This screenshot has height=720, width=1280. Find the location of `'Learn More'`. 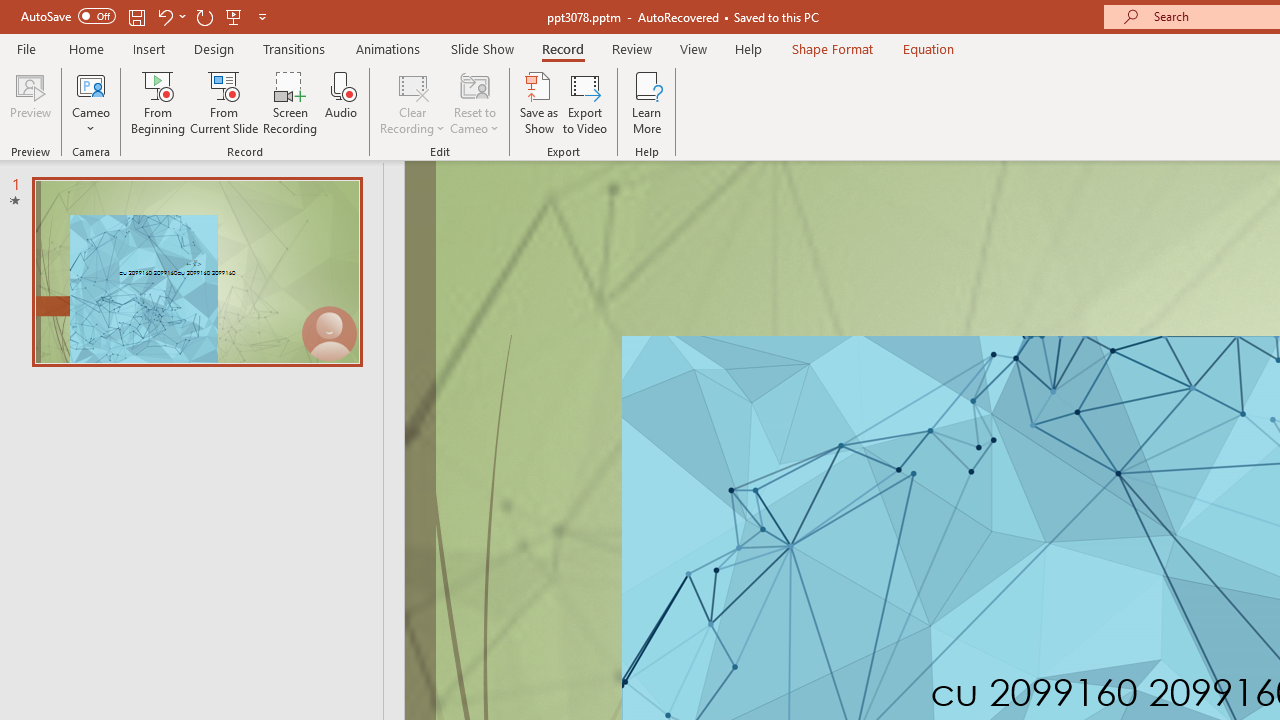

'Learn More' is located at coordinates (647, 103).